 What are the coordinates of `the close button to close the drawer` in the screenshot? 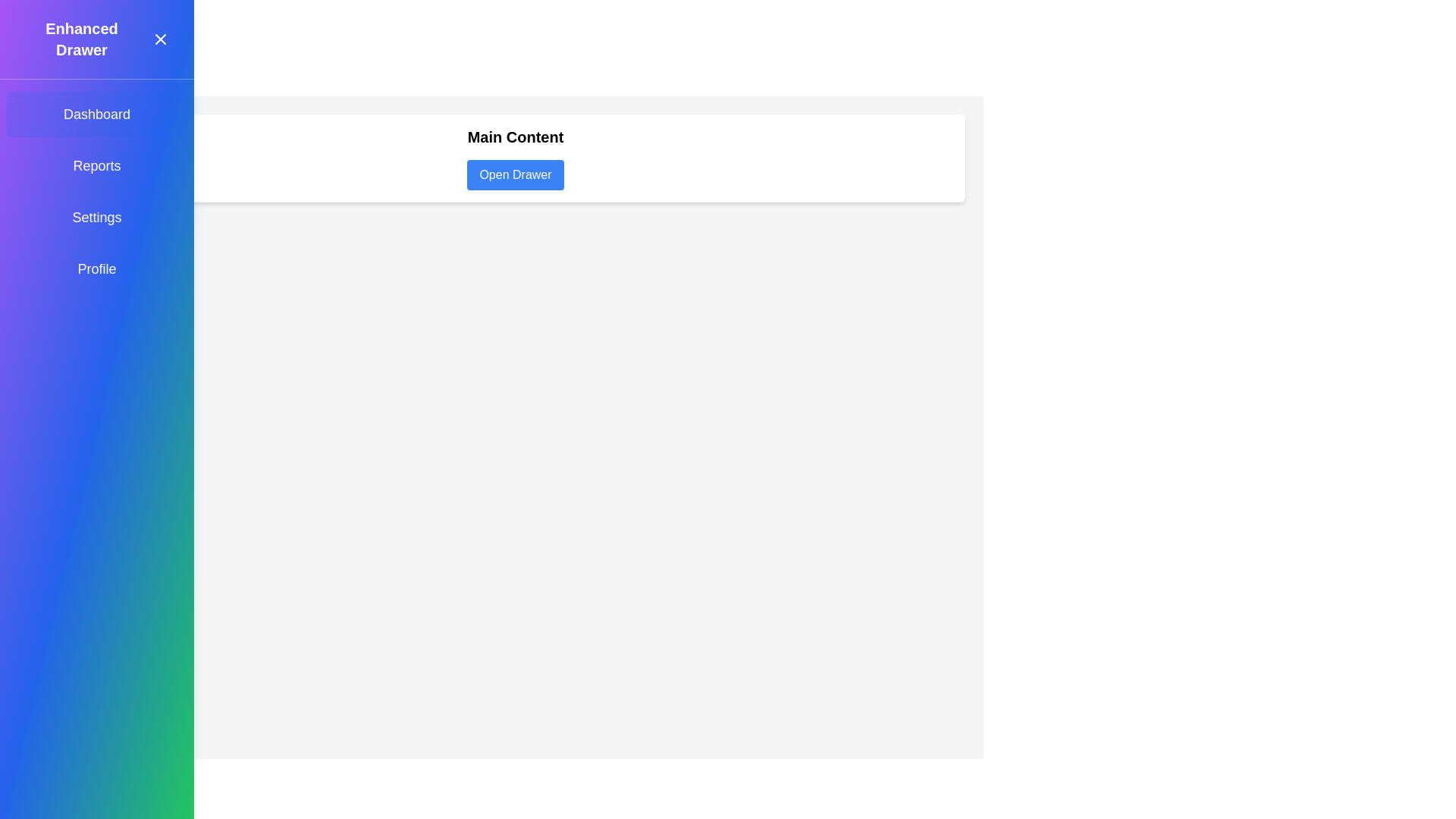 It's located at (160, 38).